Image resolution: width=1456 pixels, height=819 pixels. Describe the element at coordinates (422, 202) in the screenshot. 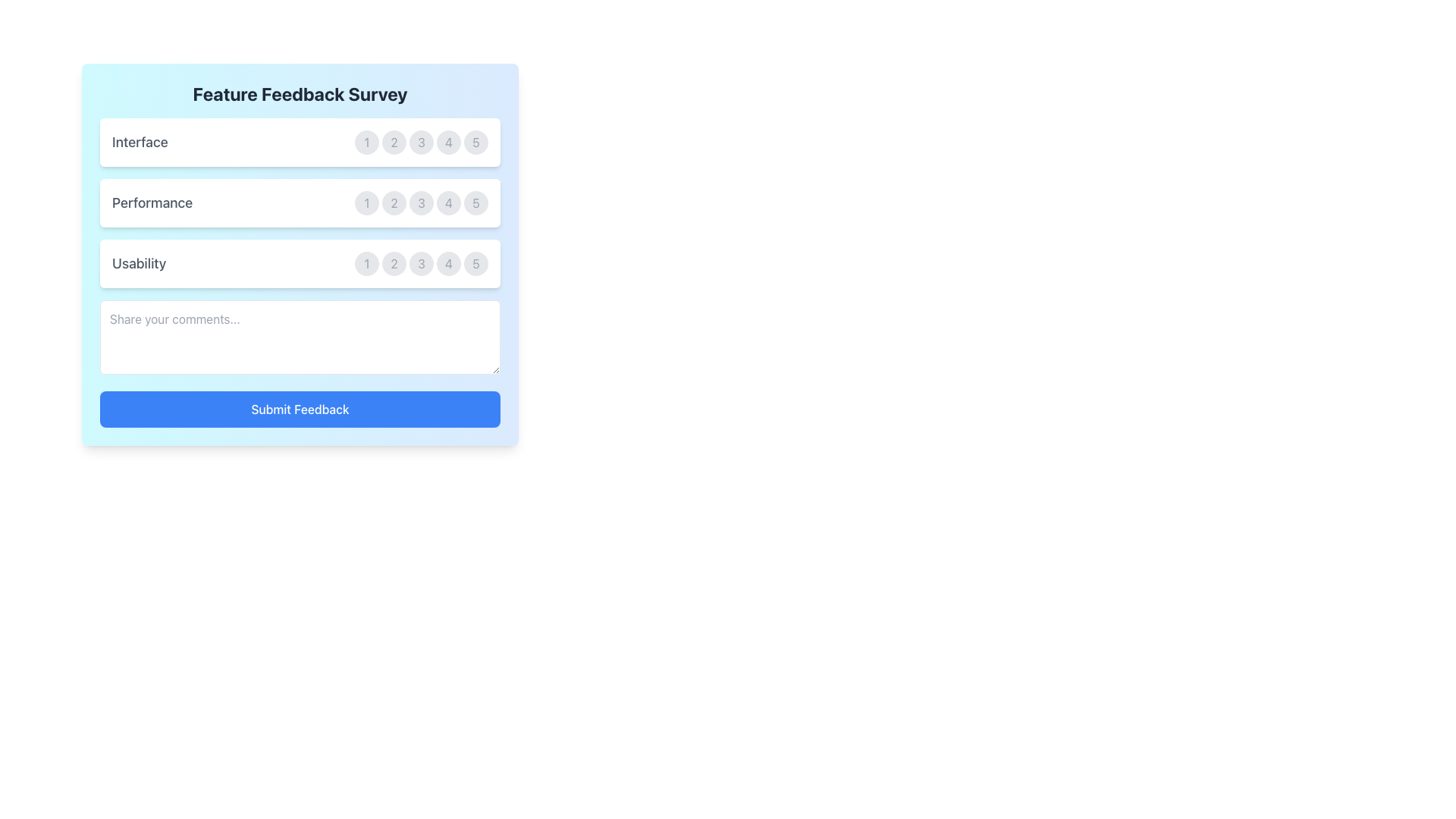

I see `the third button in the horizontal group of five buttons under the 'Performance' header` at that location.